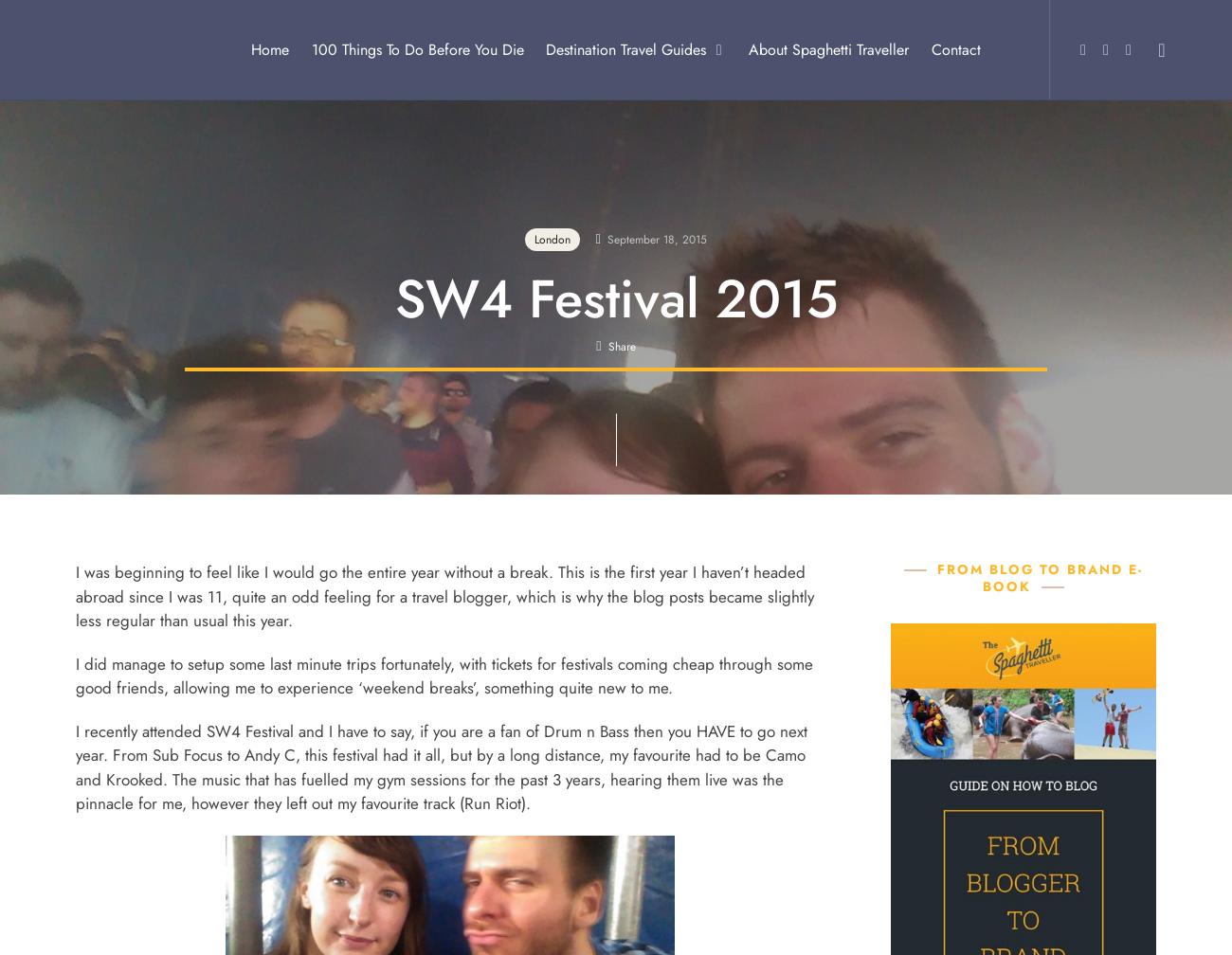 This screenshot has height=955, width=1232. What do you see at coordinates (500, 121) in the screenshot?
I see `'Albania'` at bounding box center [500, 121].